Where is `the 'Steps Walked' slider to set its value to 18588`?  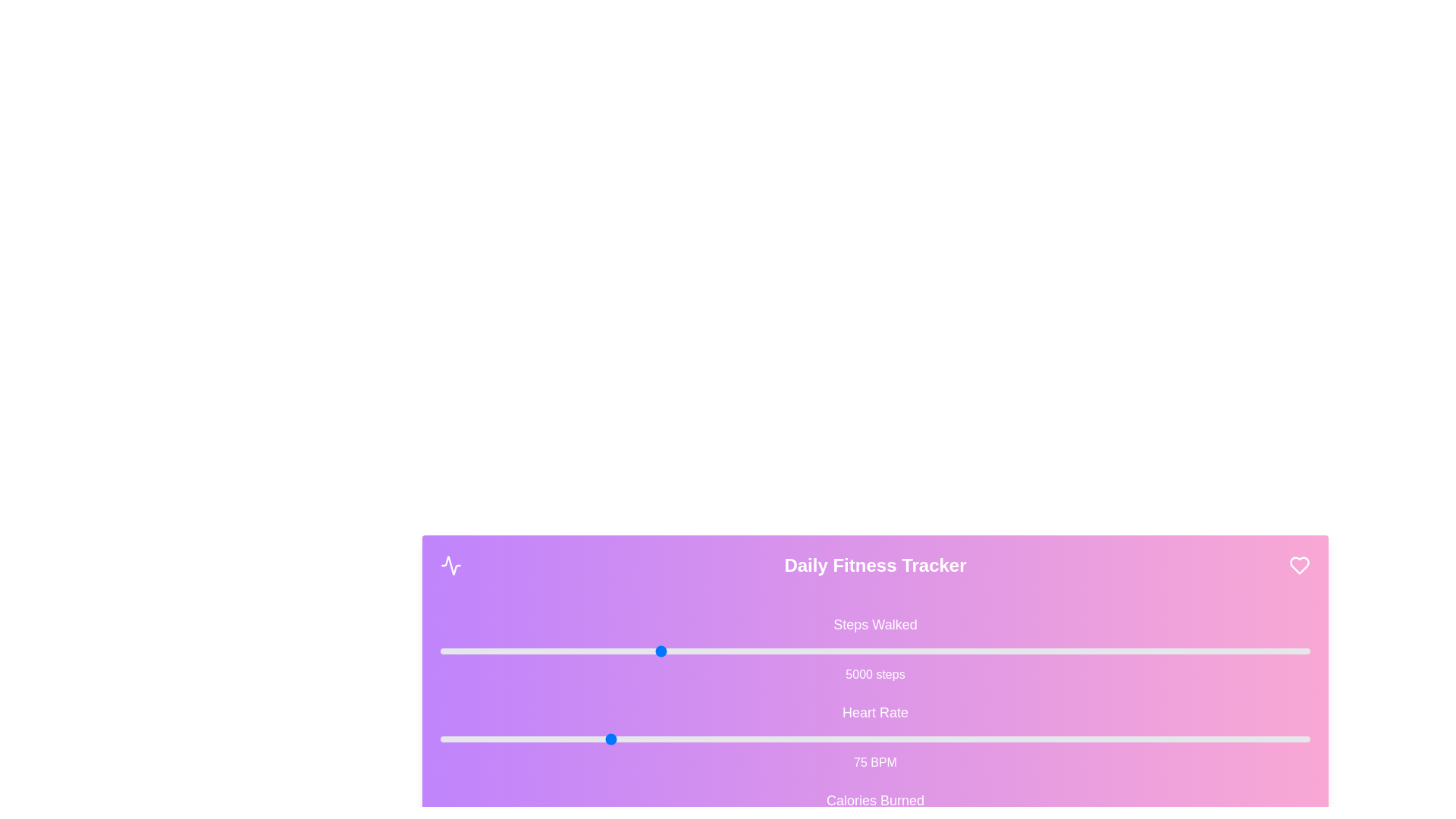 the 'Steps Walked' slider to set its value to 18588 is located at coordinates (1248, 651).